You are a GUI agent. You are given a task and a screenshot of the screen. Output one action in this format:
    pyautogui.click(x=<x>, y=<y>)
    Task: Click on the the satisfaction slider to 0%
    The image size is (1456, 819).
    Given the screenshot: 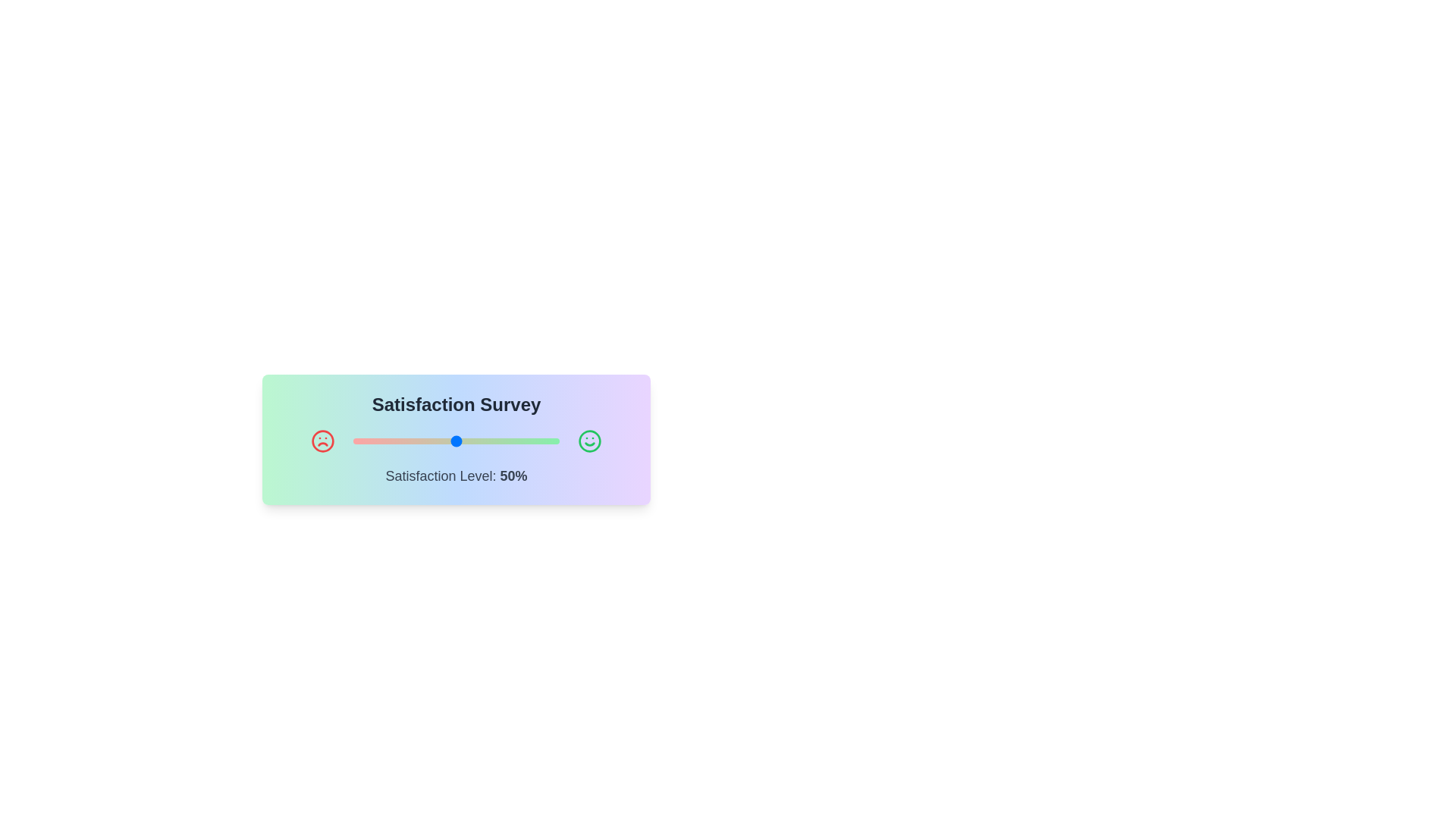 What is the action you would take?
    pyautogui.click(x=352, y=441)
    